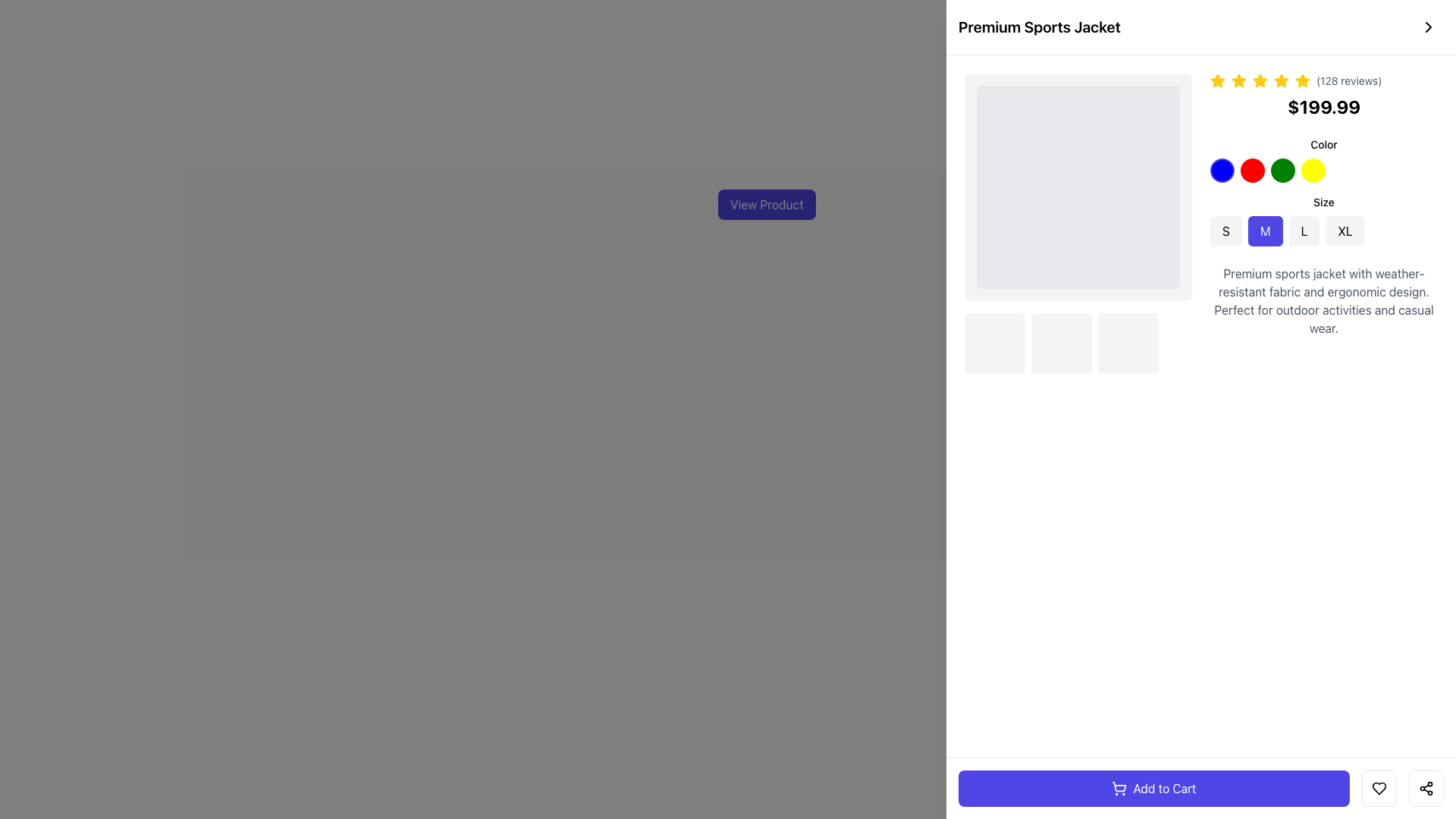 Image resolution: width=1456 pixels, height=819 pixels. What do you see at coordinates (1282, 170) in the screenshot?
I see `the small circular green button in the color selection row` at bounding box center [1282, 170].